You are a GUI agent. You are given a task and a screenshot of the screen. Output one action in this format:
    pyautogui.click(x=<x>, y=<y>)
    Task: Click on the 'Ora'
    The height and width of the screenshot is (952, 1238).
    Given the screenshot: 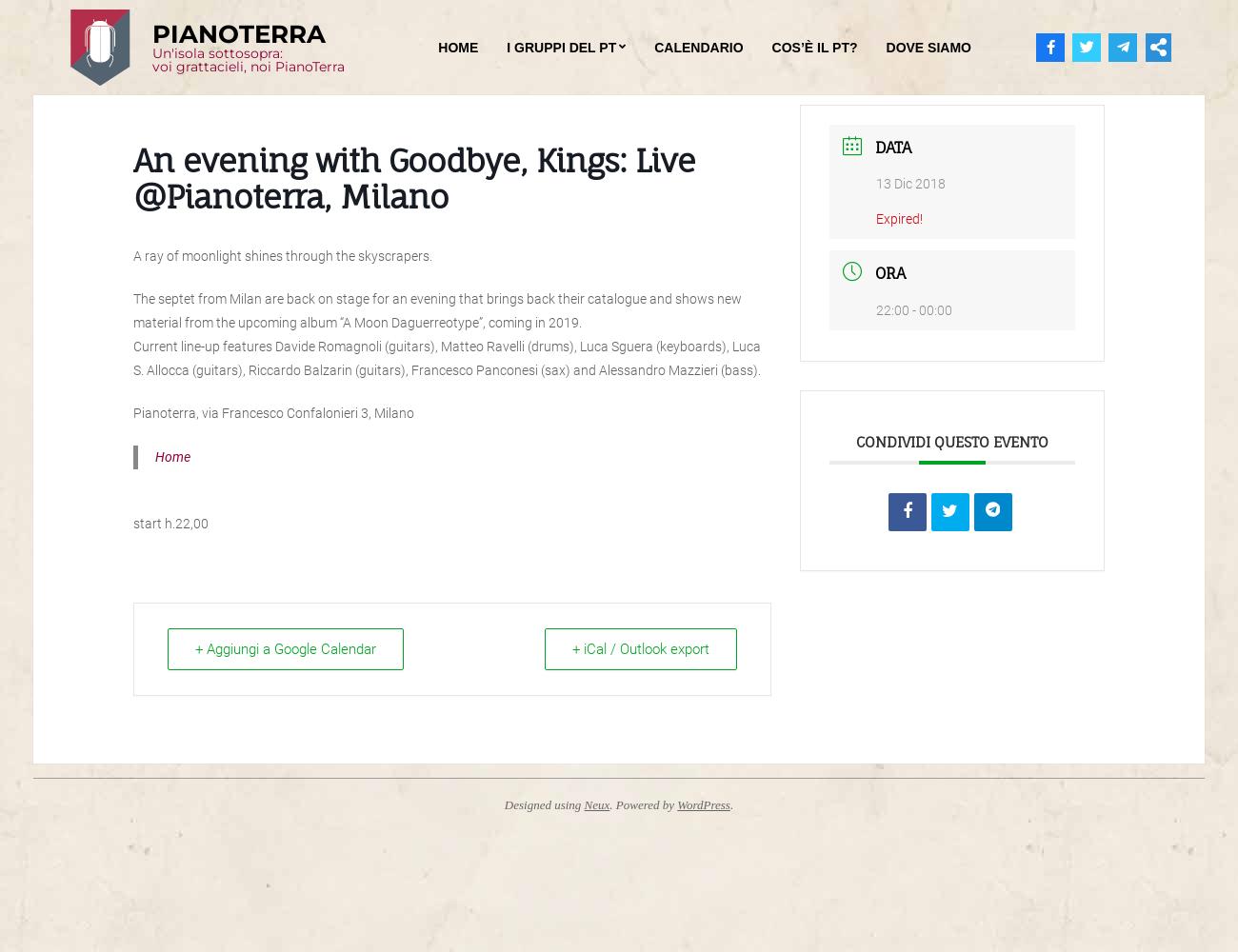 What is the action you would take?
    pyautogui.click(x=889, y=273)
    